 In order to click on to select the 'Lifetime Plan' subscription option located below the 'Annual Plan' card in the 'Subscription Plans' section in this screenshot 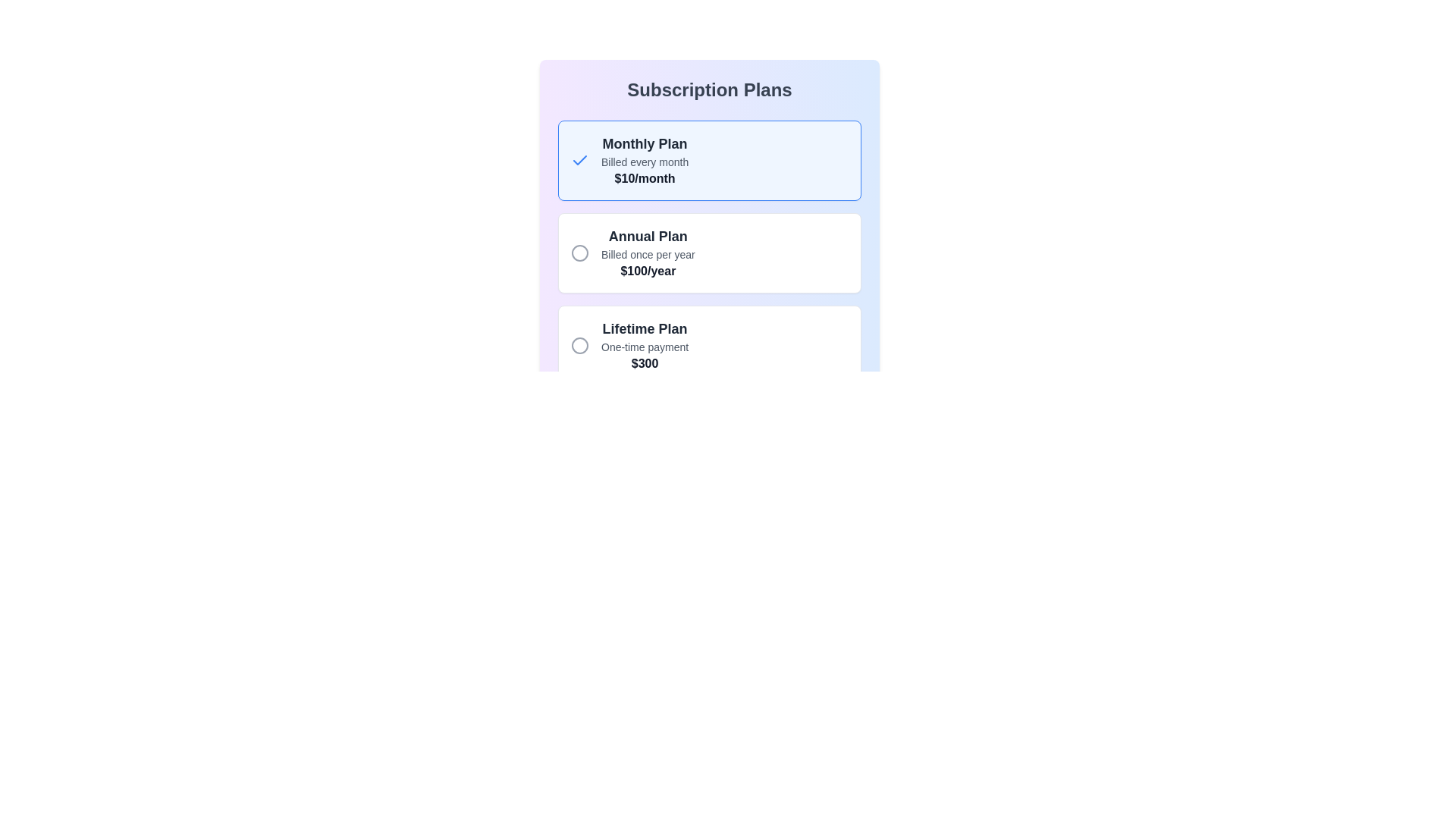, I will do `click(709, 345)`.